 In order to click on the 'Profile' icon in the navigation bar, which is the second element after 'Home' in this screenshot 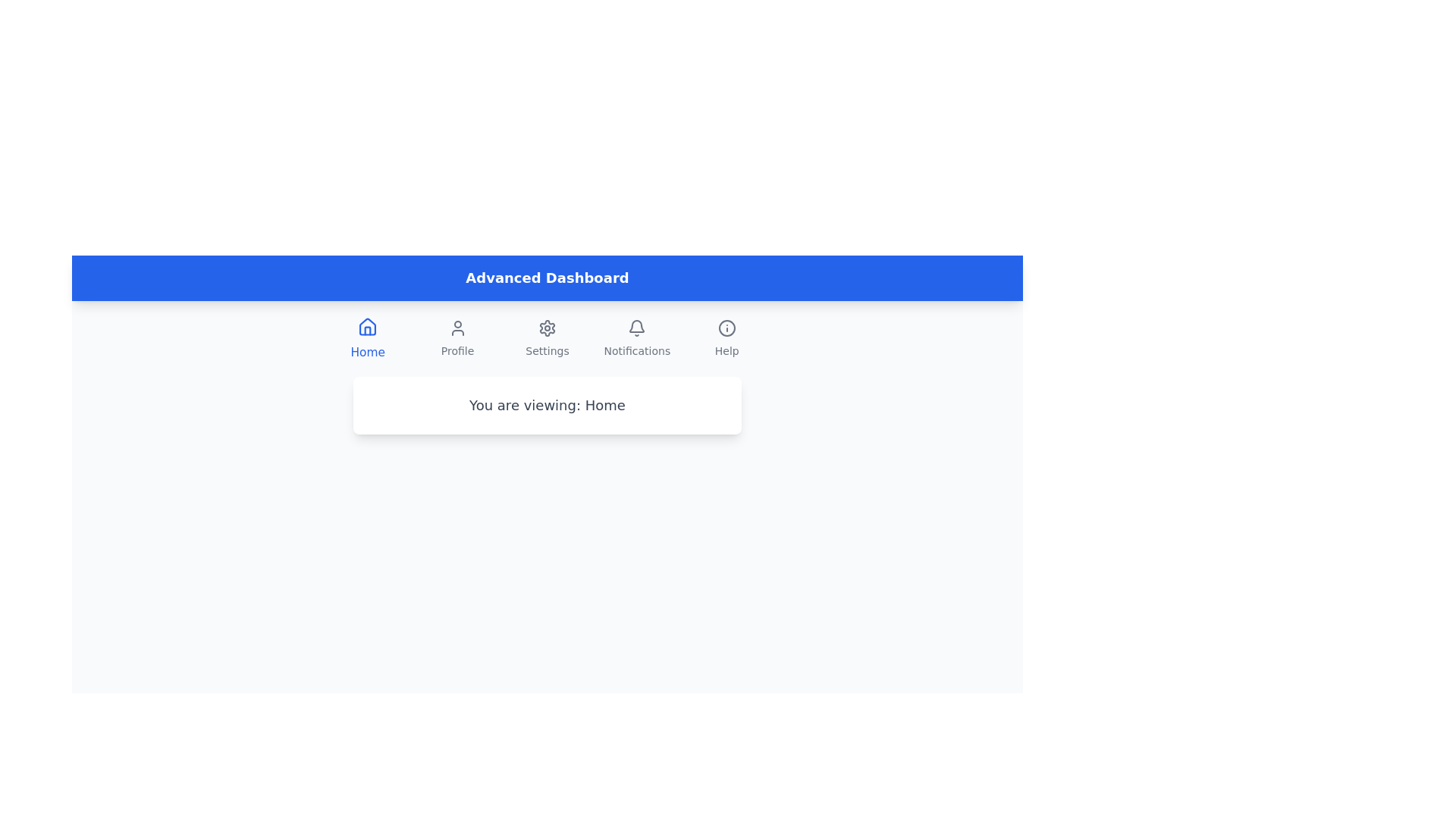, I will do `click(457, 327)`.